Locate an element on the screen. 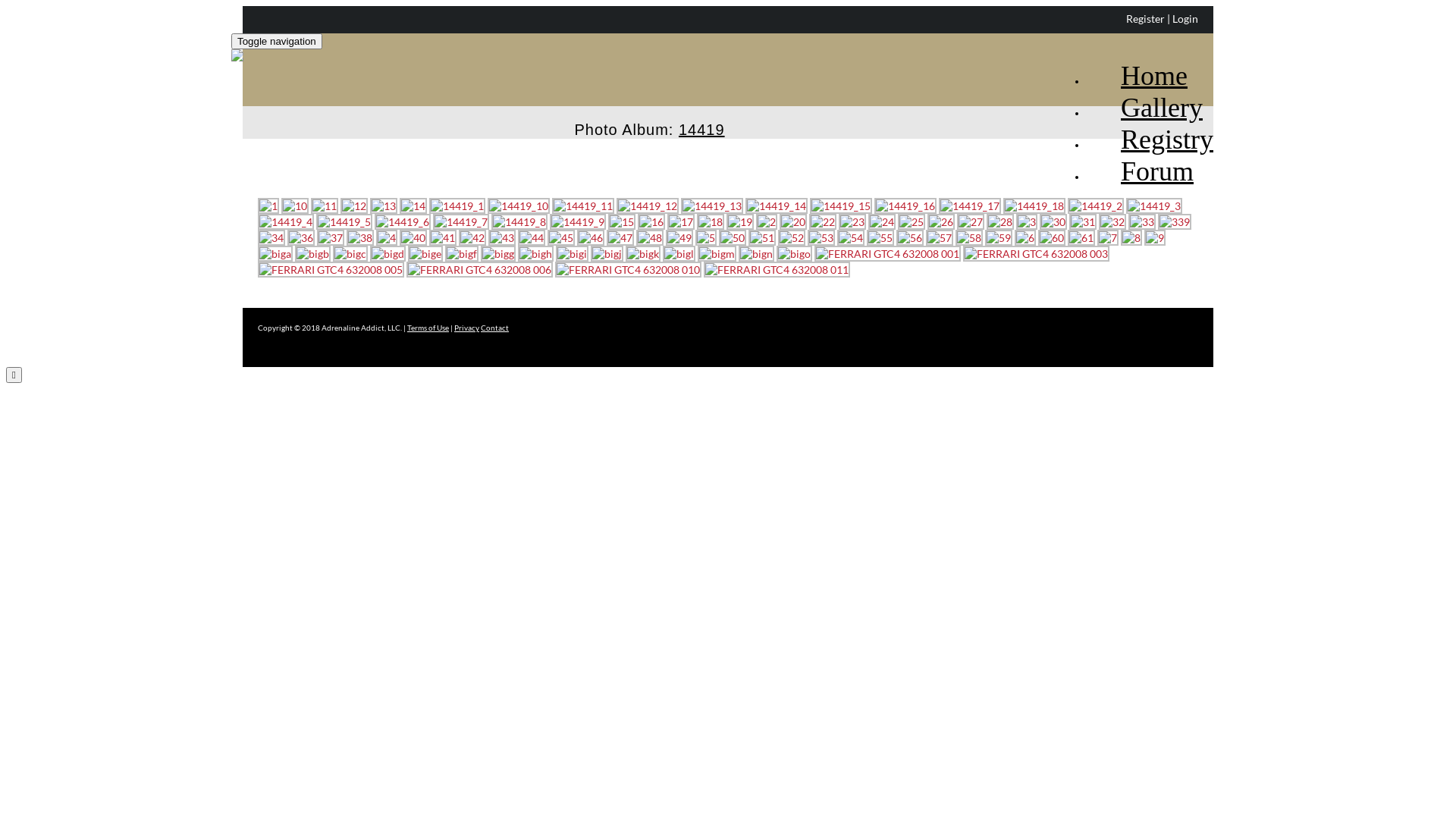  '10 (click to enlarge)' is located at coordinates (281, 206).